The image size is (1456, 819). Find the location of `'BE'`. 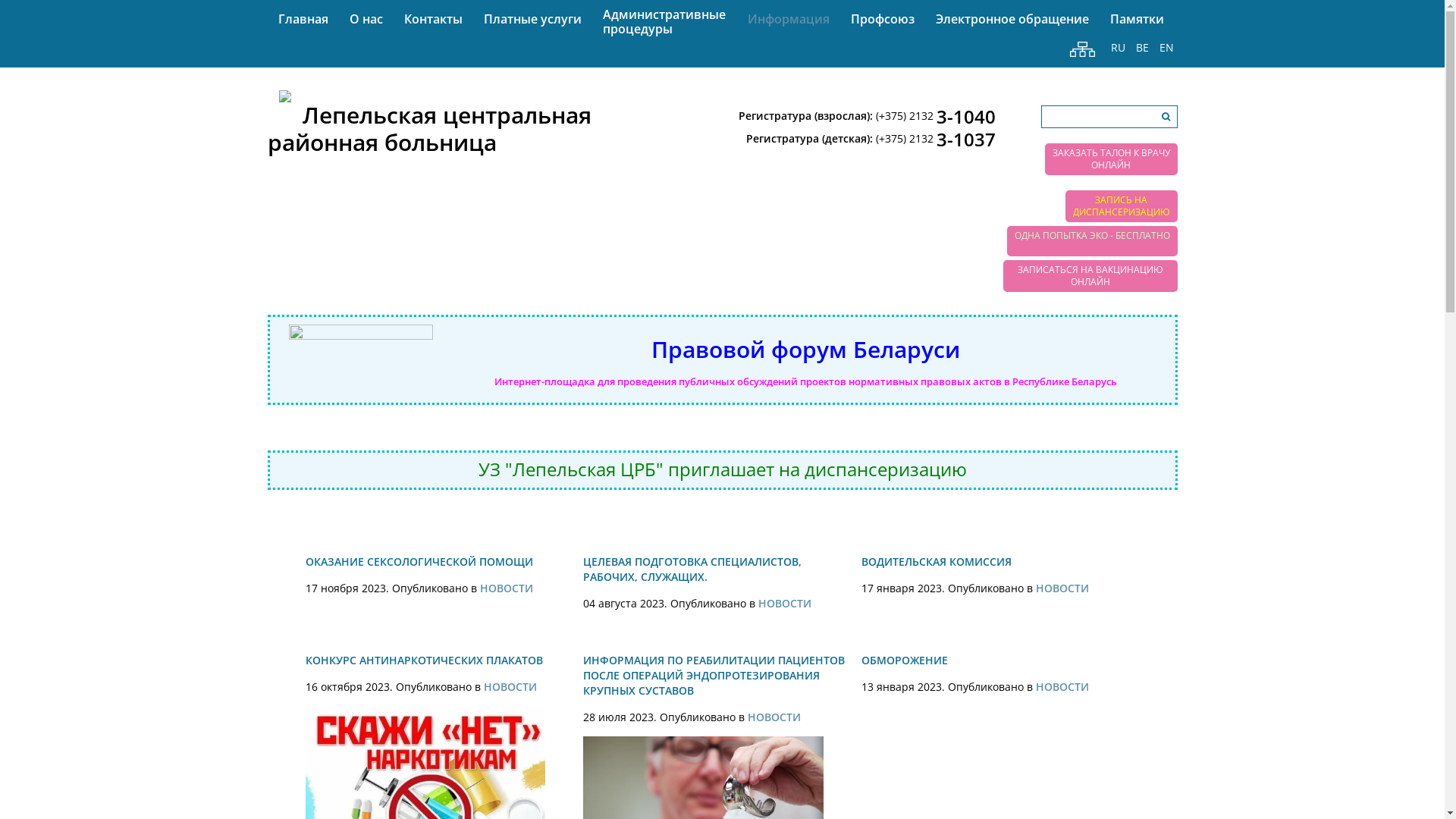

'BE' is located at coordinates (1141, 47).